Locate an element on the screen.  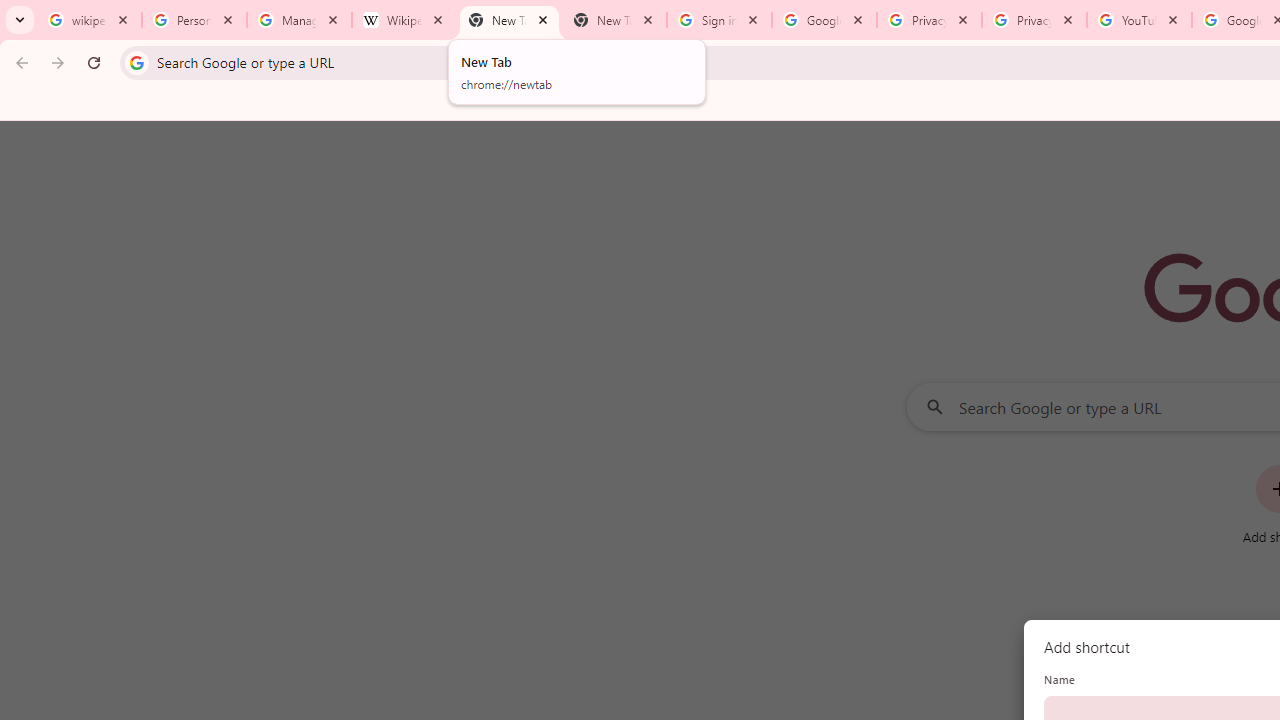
'YouTube' is located at coordinates (1139, 20).